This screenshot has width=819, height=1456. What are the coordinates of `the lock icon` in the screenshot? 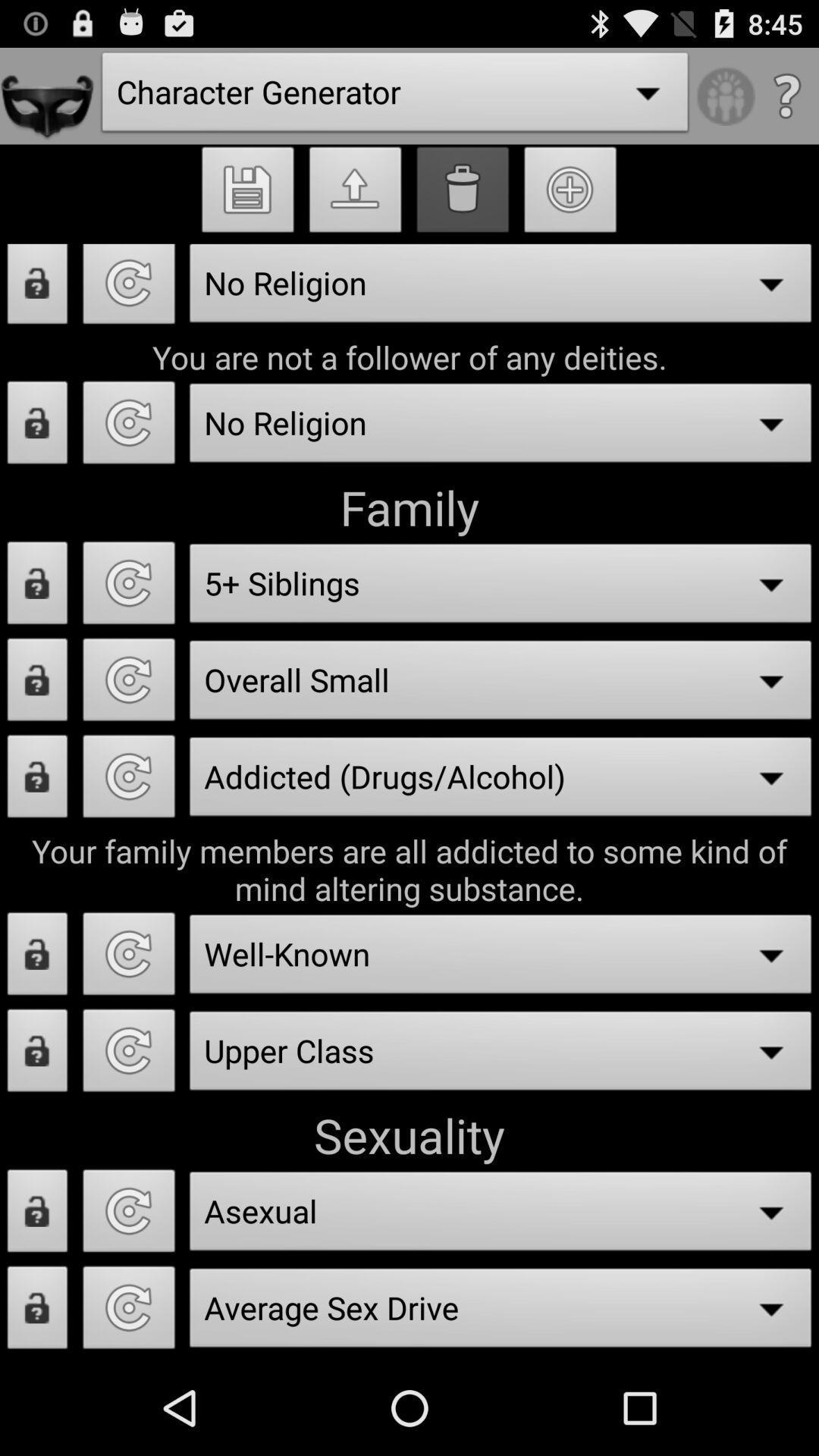 It's located at (36, 1025).